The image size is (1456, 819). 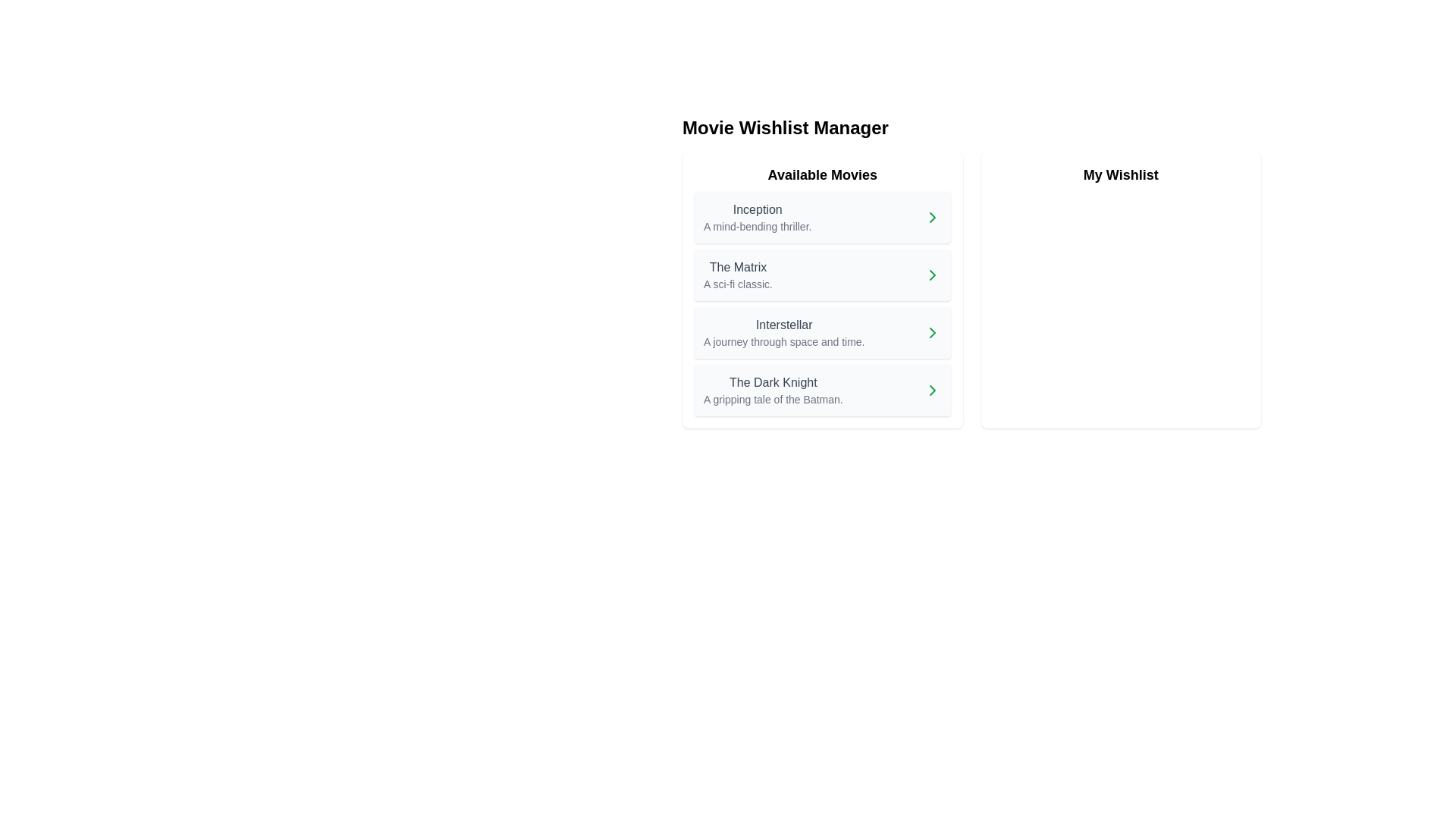 I want to click on the right-facing arrow icon associated with 'The Matrix', so click(x=931, y=275).